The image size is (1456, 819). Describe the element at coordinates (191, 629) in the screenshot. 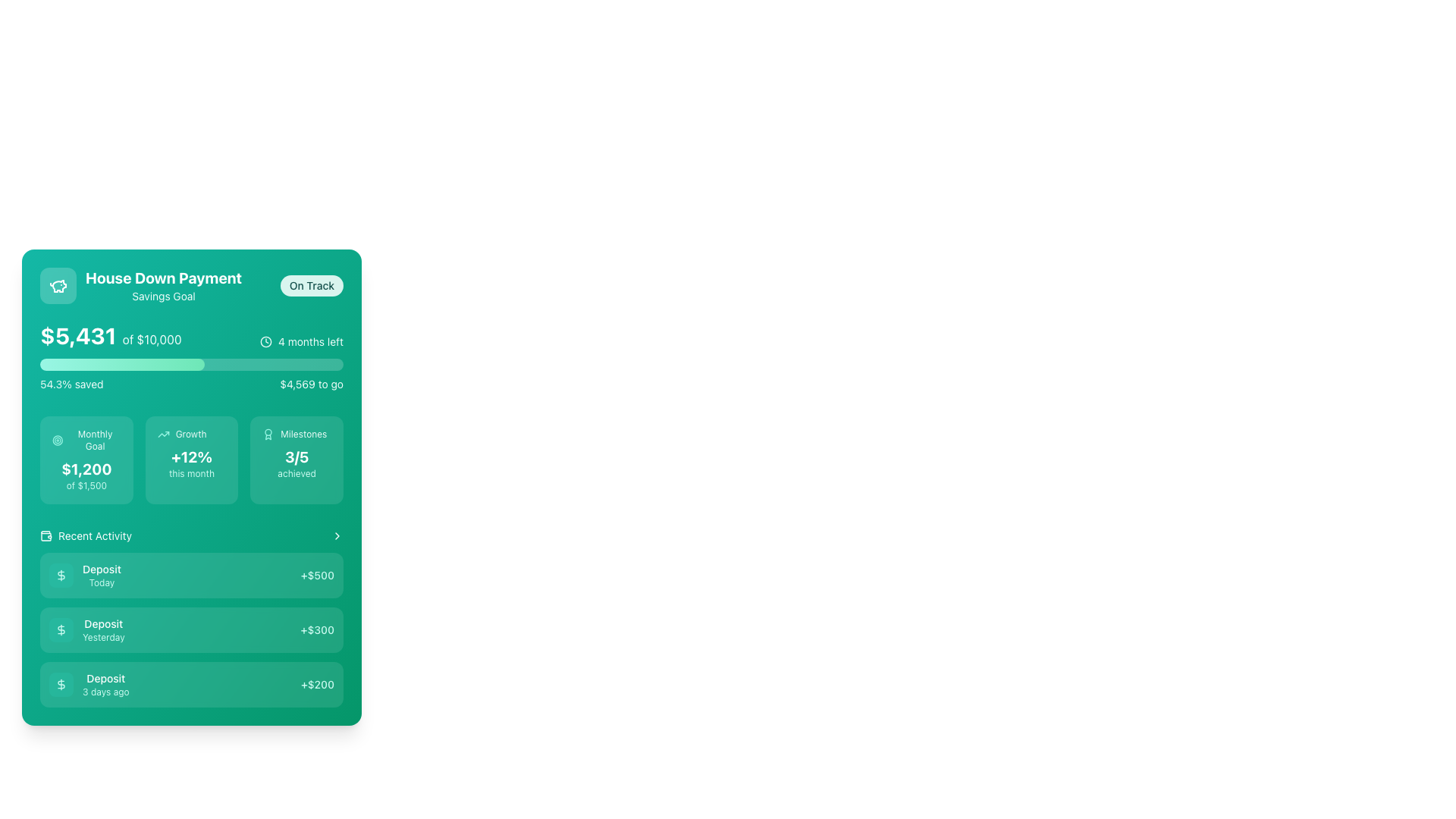

I see `the second entry in the 'Recent Activity' section of the financial dashboard` at that location.